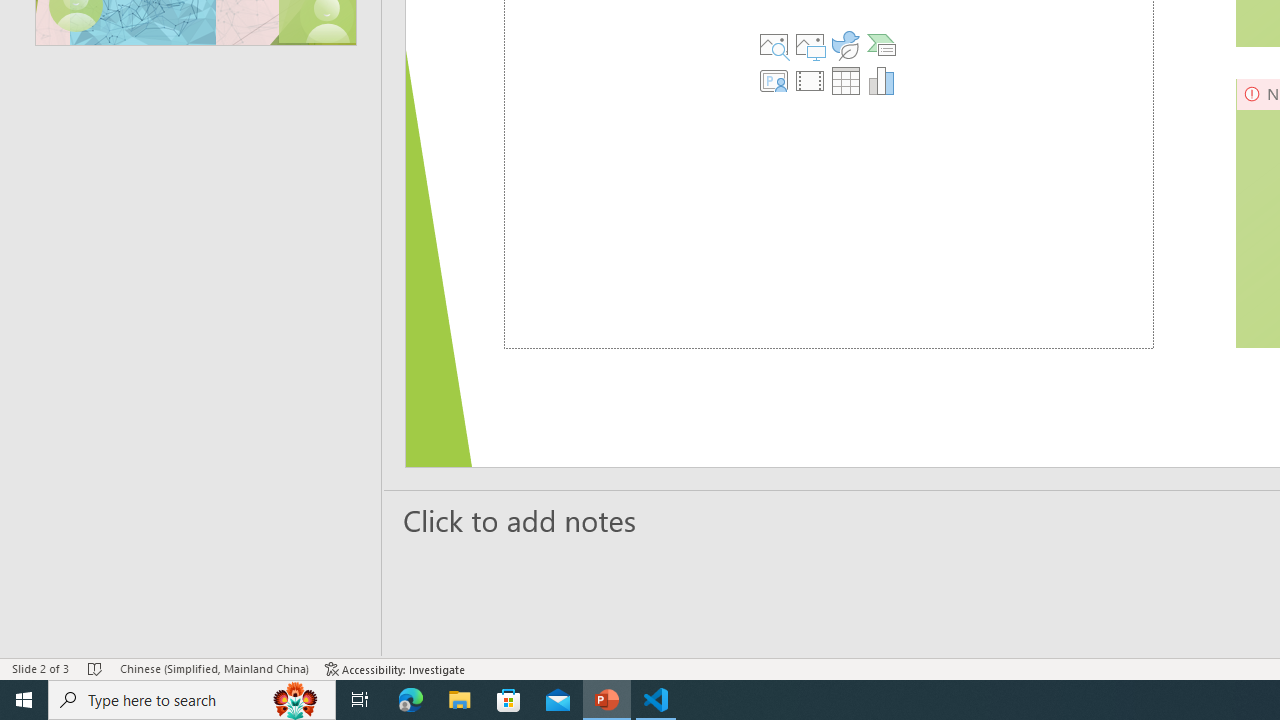 This screenshot has height=720, width=1280. Describe the element at coordinates (772, 45) in the screenshot. I see `'Stock Images'` at that location.